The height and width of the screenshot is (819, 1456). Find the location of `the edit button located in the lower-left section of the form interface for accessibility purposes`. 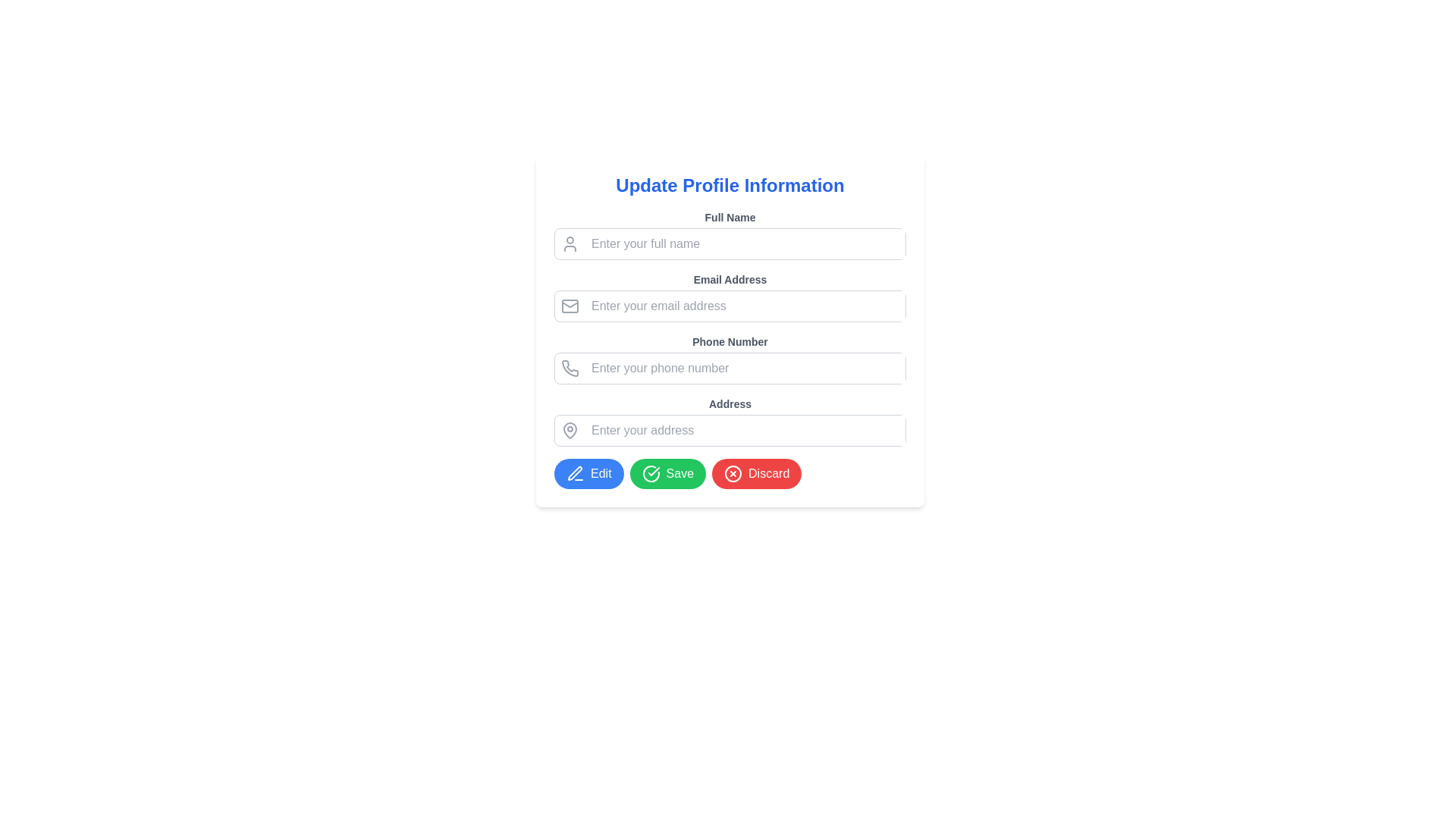

the edit button located in the lower-left section of the form interface for accessibility purposes is located at coordinates (588, 472).